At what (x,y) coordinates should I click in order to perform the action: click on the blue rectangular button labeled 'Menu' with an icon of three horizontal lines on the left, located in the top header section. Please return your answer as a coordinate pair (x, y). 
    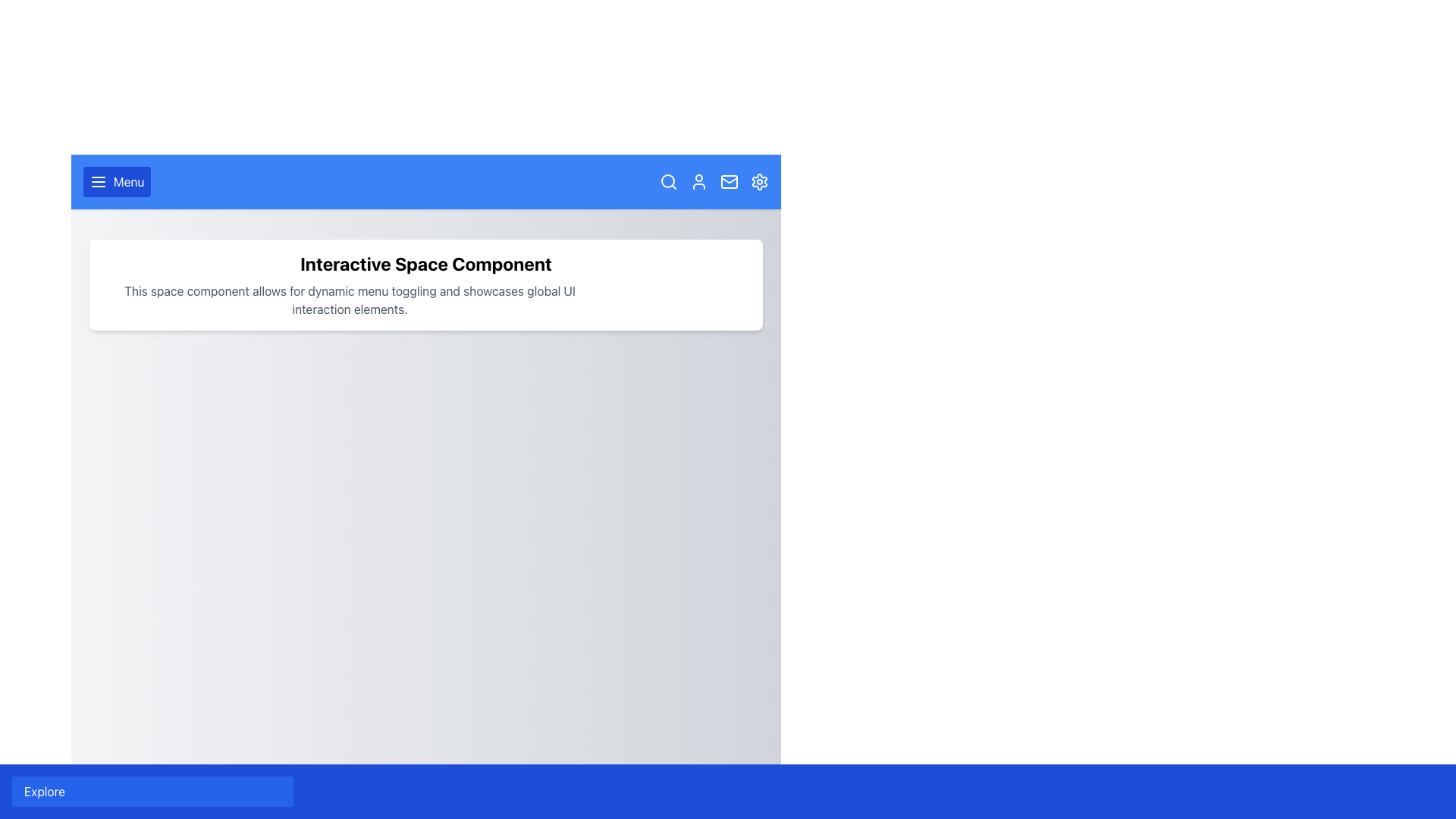
    Looking at the image, I should click on (116, 180).